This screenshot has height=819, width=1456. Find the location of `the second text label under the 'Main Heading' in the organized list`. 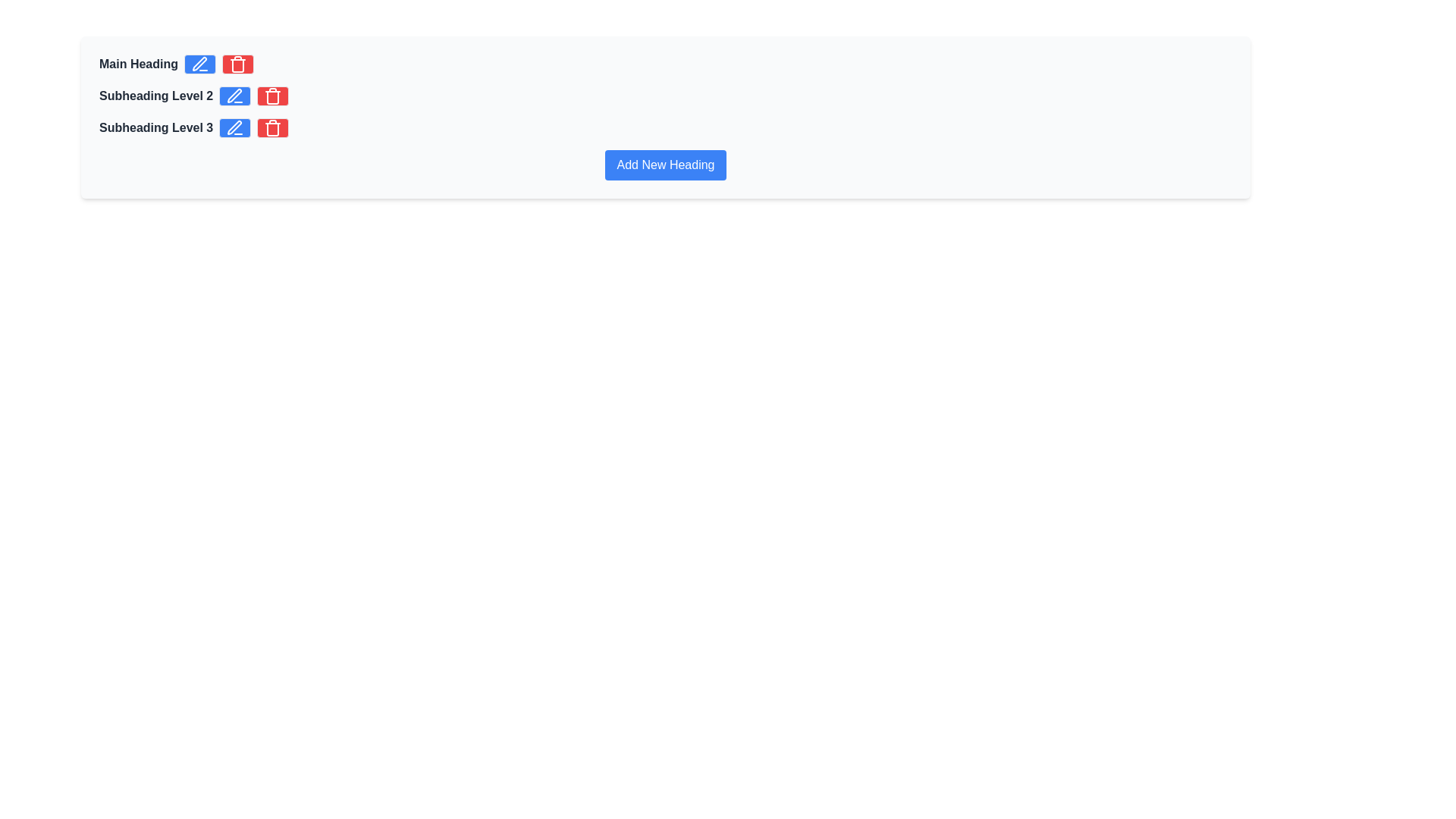

the second text label under the 'Main Heading' in the organized list is located at coordinates (156, 96).